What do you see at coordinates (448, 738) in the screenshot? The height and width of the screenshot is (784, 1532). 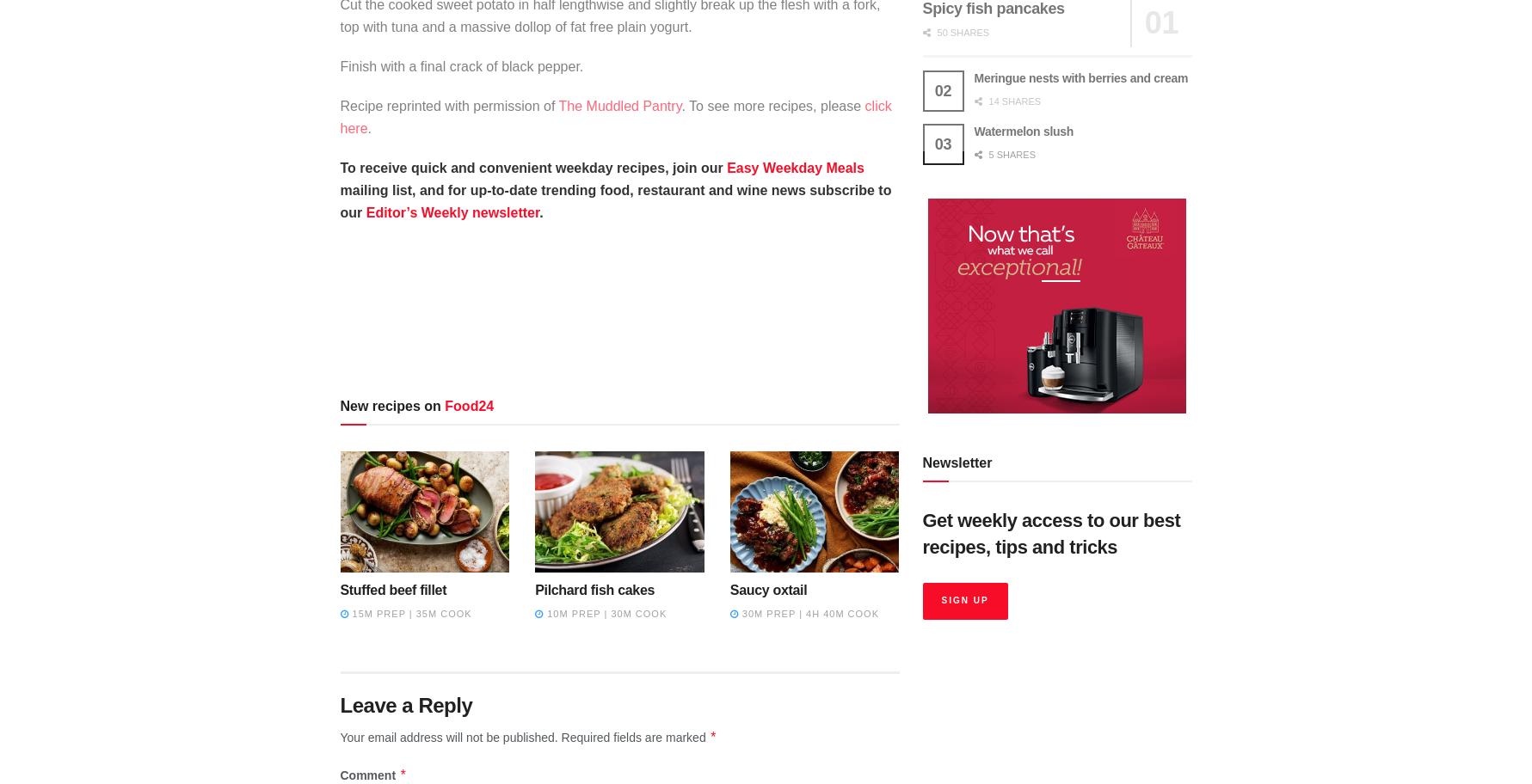 I see `'Your email address will not be published.'` at bounding box center [448, 738].